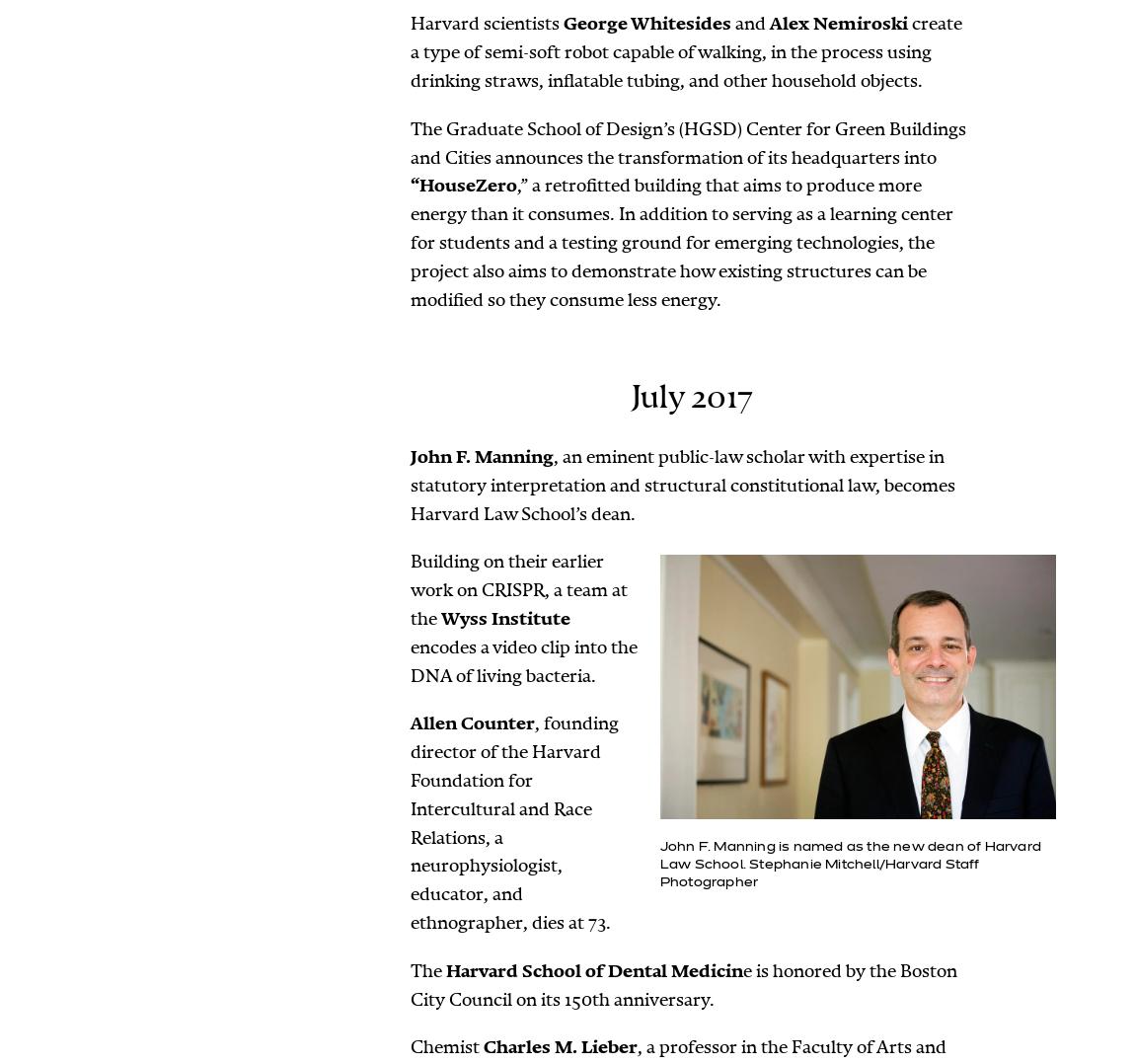 This screenshot has width=1135, height=1064. What do you see at coordinates (658, 863) in the screenshot?
I see `'John F. Manning is named as the new dean of Harvard Law School. Stephanie Mitchell/Harvard Staff Photographer'` at bounding box center [658, 863].